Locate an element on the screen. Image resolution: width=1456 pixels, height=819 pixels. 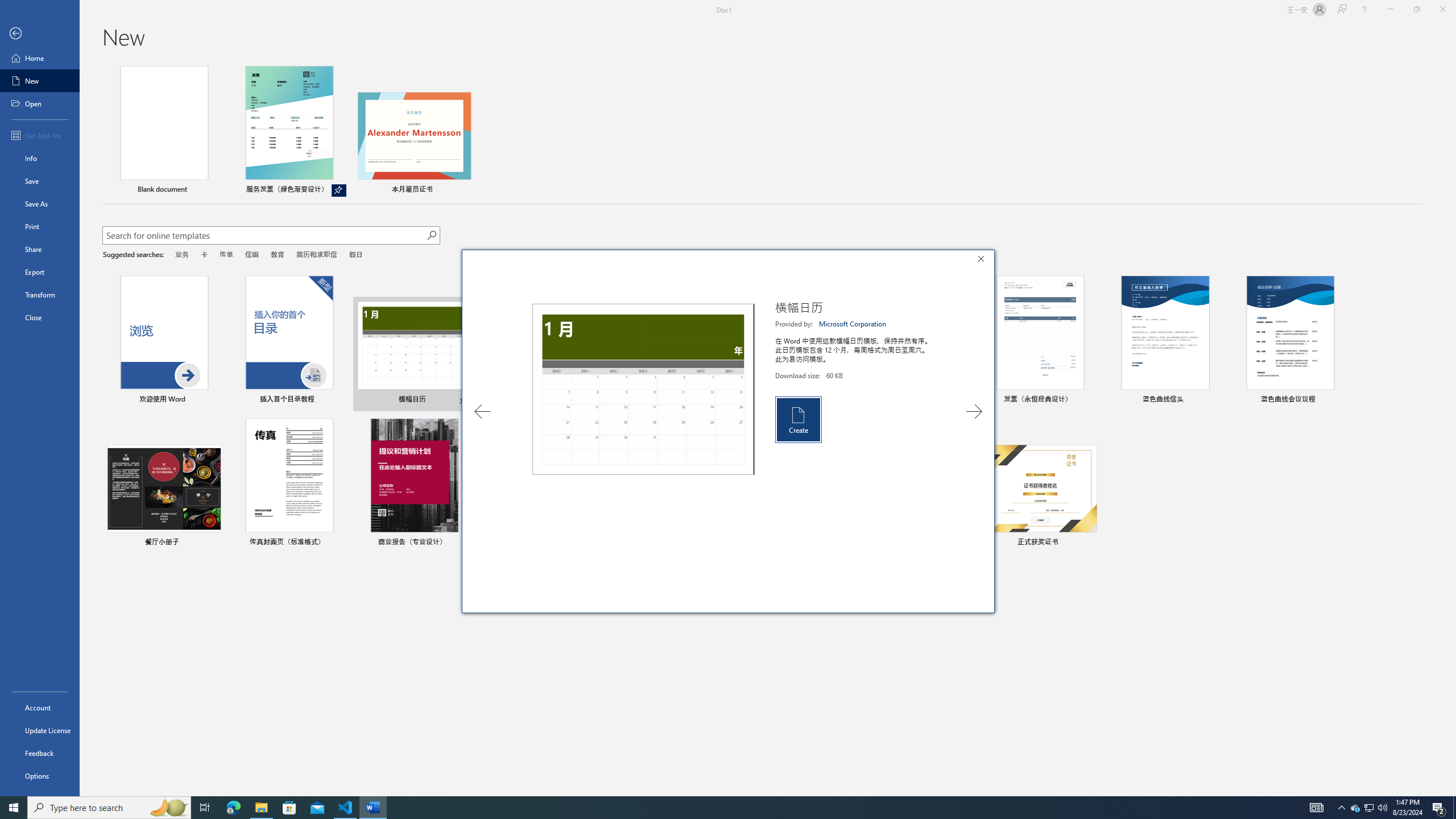
'Action Center, 2 new notifications' is located at coordinates (1439, 806).